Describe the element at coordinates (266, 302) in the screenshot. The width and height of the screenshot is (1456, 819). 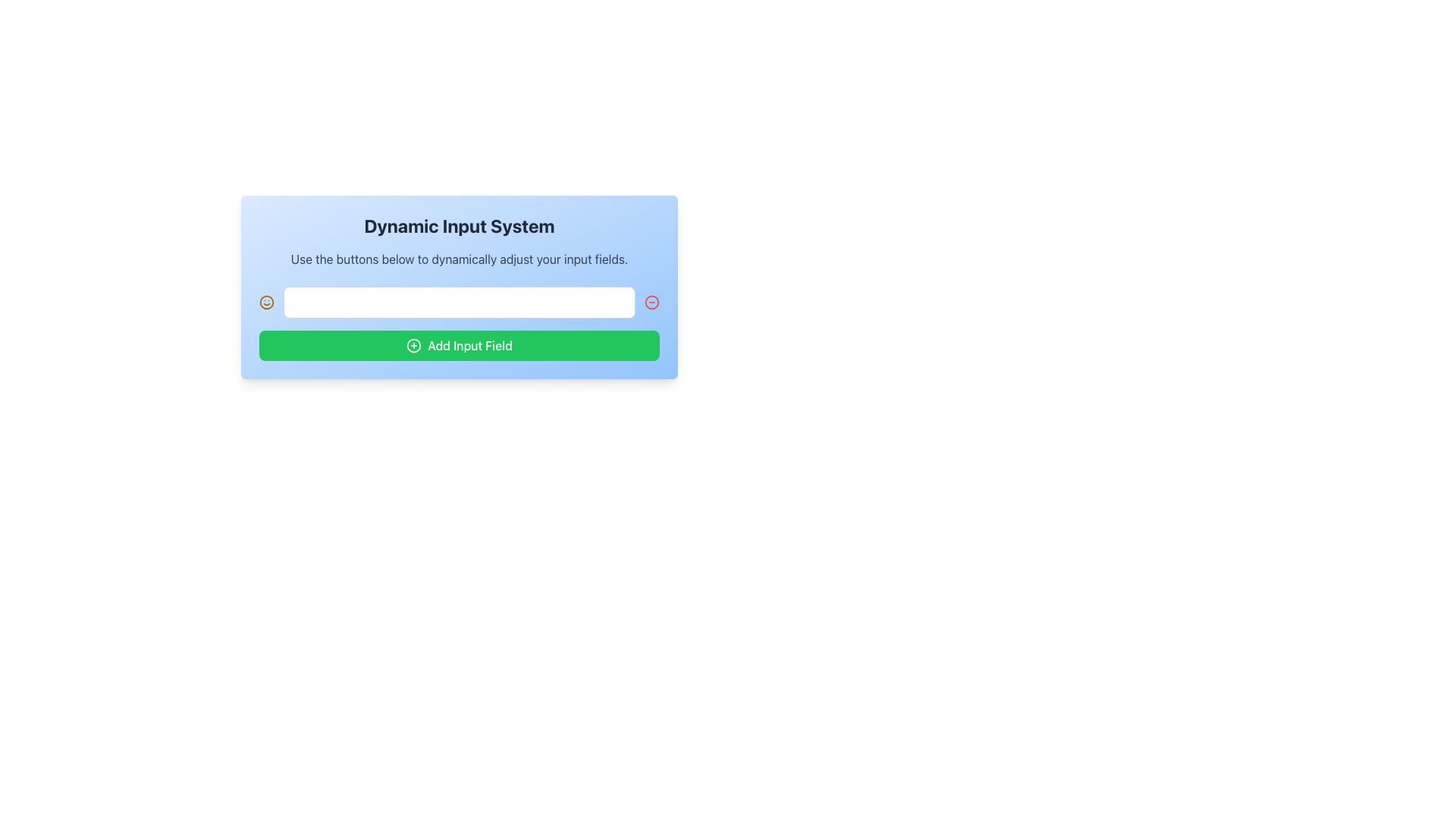
I see `the Decorative icon located on the far left of the layout, which enhances the user interface with a friendly visual element` at that location.